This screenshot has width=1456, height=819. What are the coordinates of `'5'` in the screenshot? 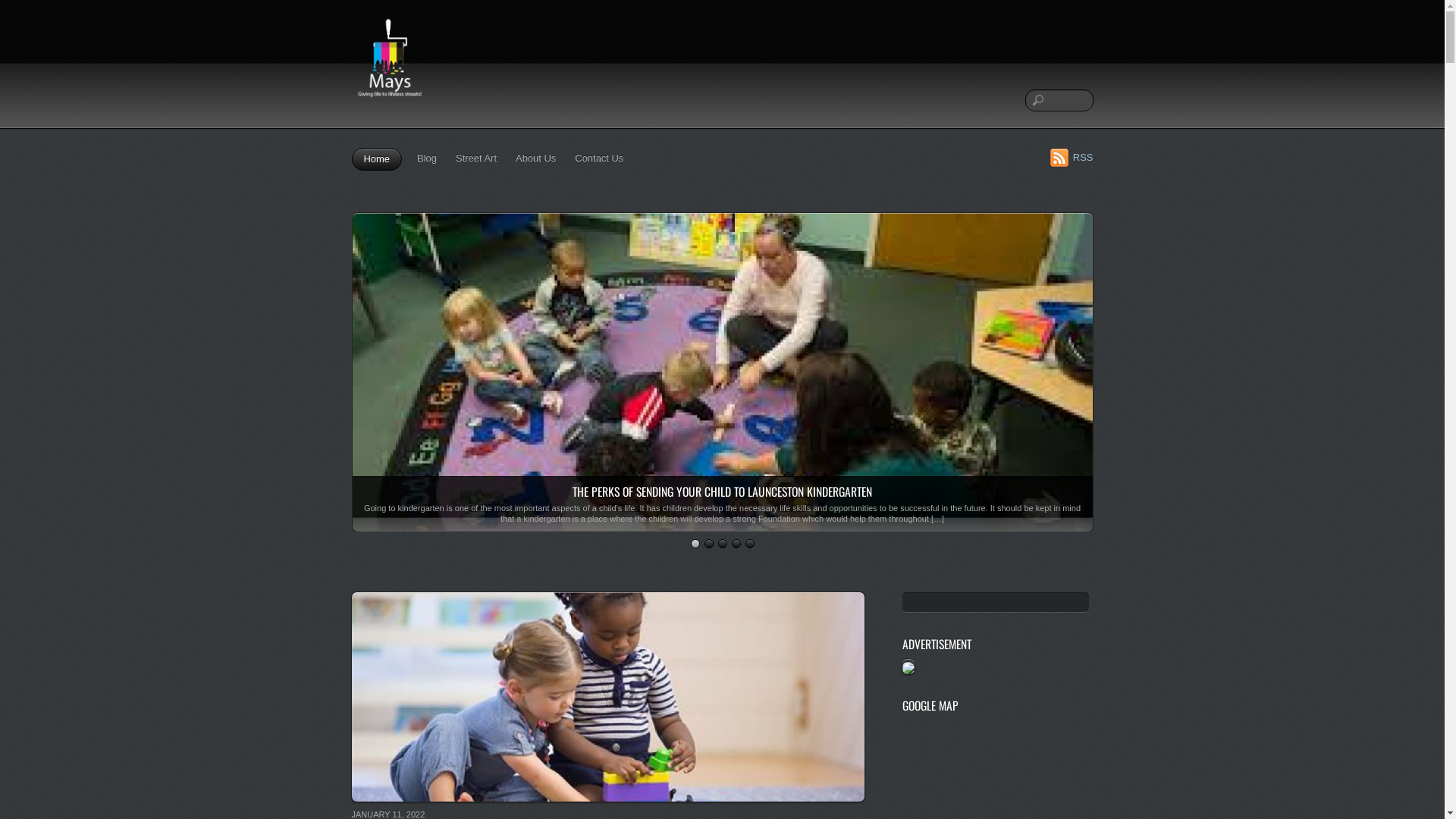 It's located at (745, 543).